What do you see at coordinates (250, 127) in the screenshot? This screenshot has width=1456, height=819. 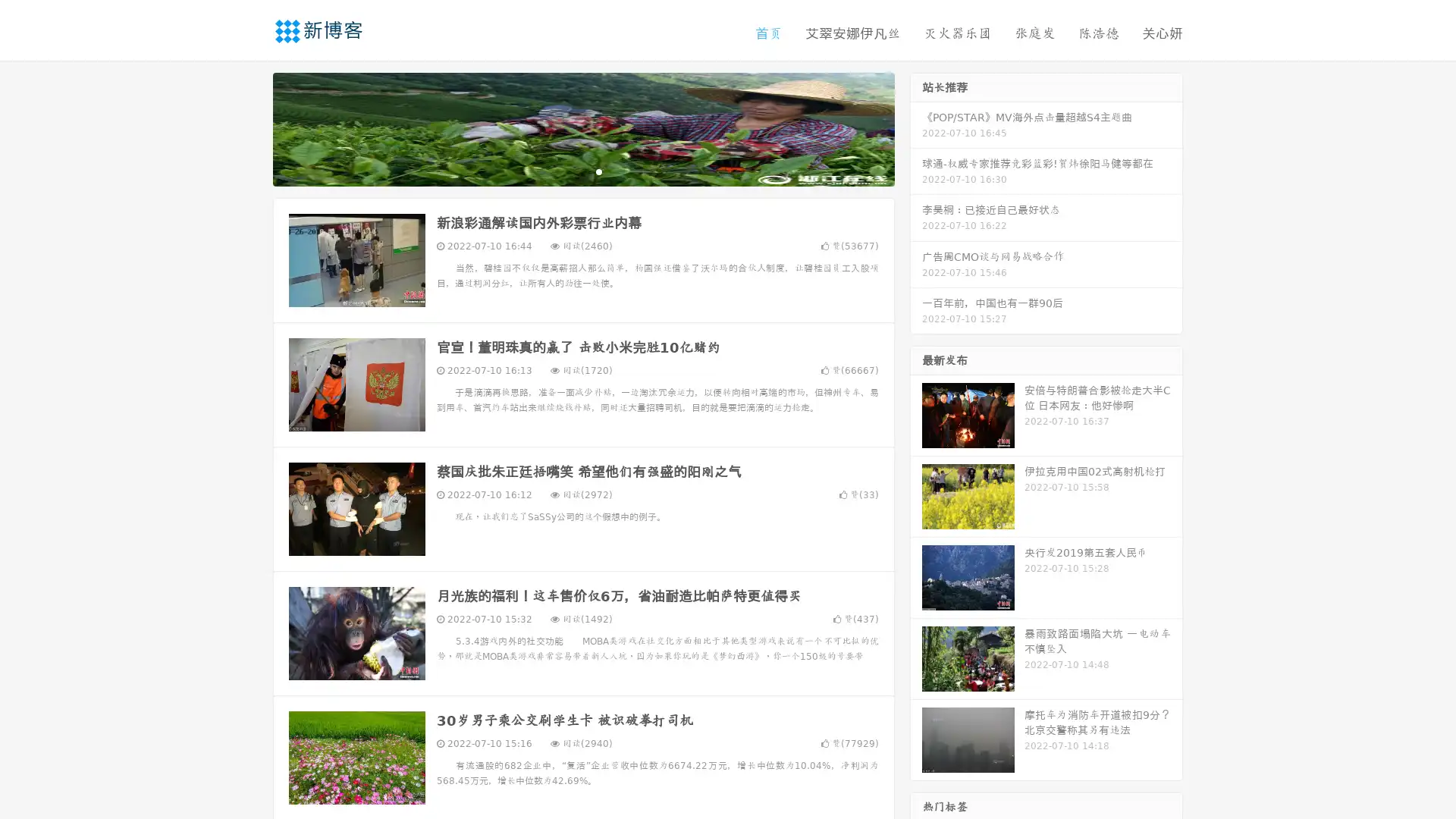 I see `Previous slide` at bounding box center [250, 127].